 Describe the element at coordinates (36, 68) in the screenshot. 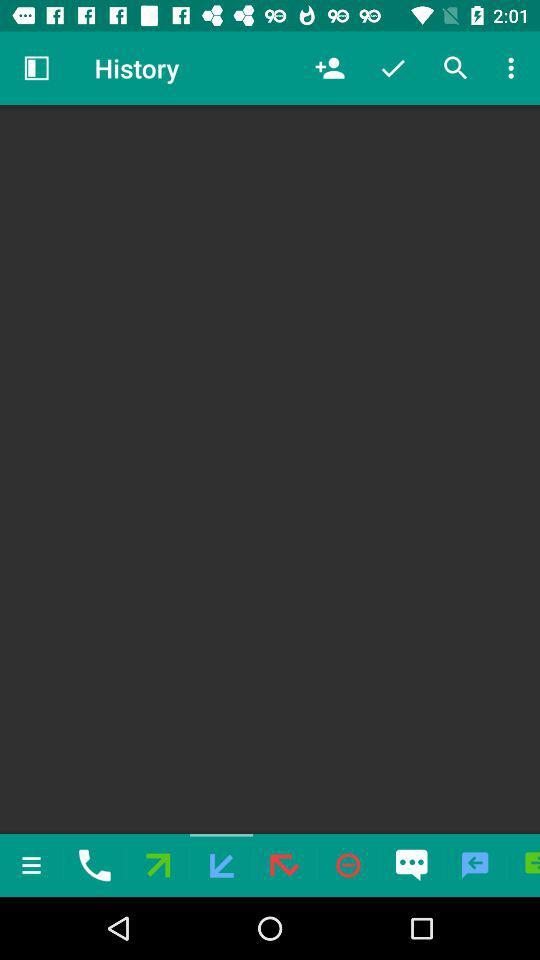

I see `the icon next to history item` at that location.